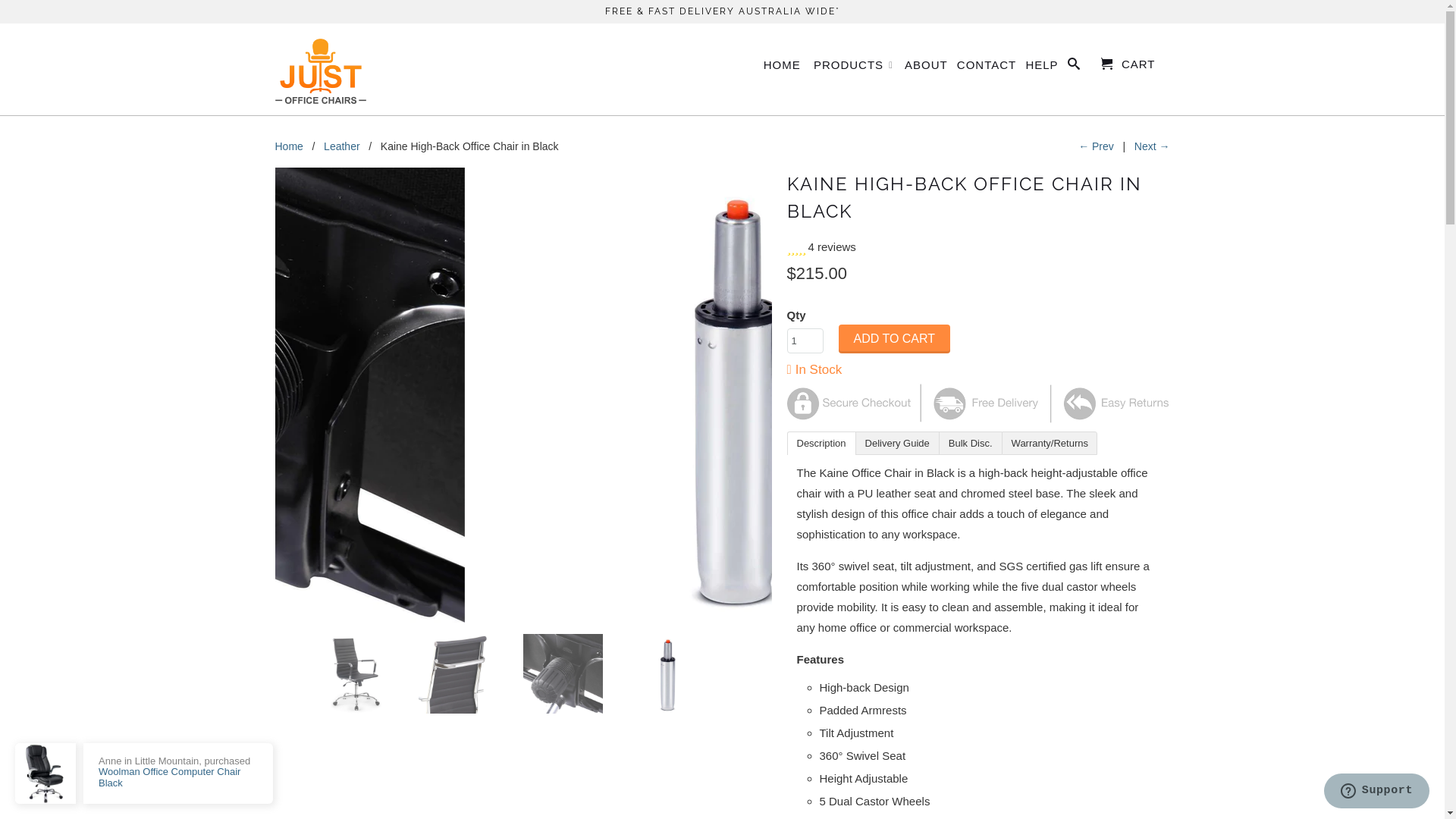 The width and height of the screenshot is (1456, 819). I want to click on 'Search', so click(1066, 66).